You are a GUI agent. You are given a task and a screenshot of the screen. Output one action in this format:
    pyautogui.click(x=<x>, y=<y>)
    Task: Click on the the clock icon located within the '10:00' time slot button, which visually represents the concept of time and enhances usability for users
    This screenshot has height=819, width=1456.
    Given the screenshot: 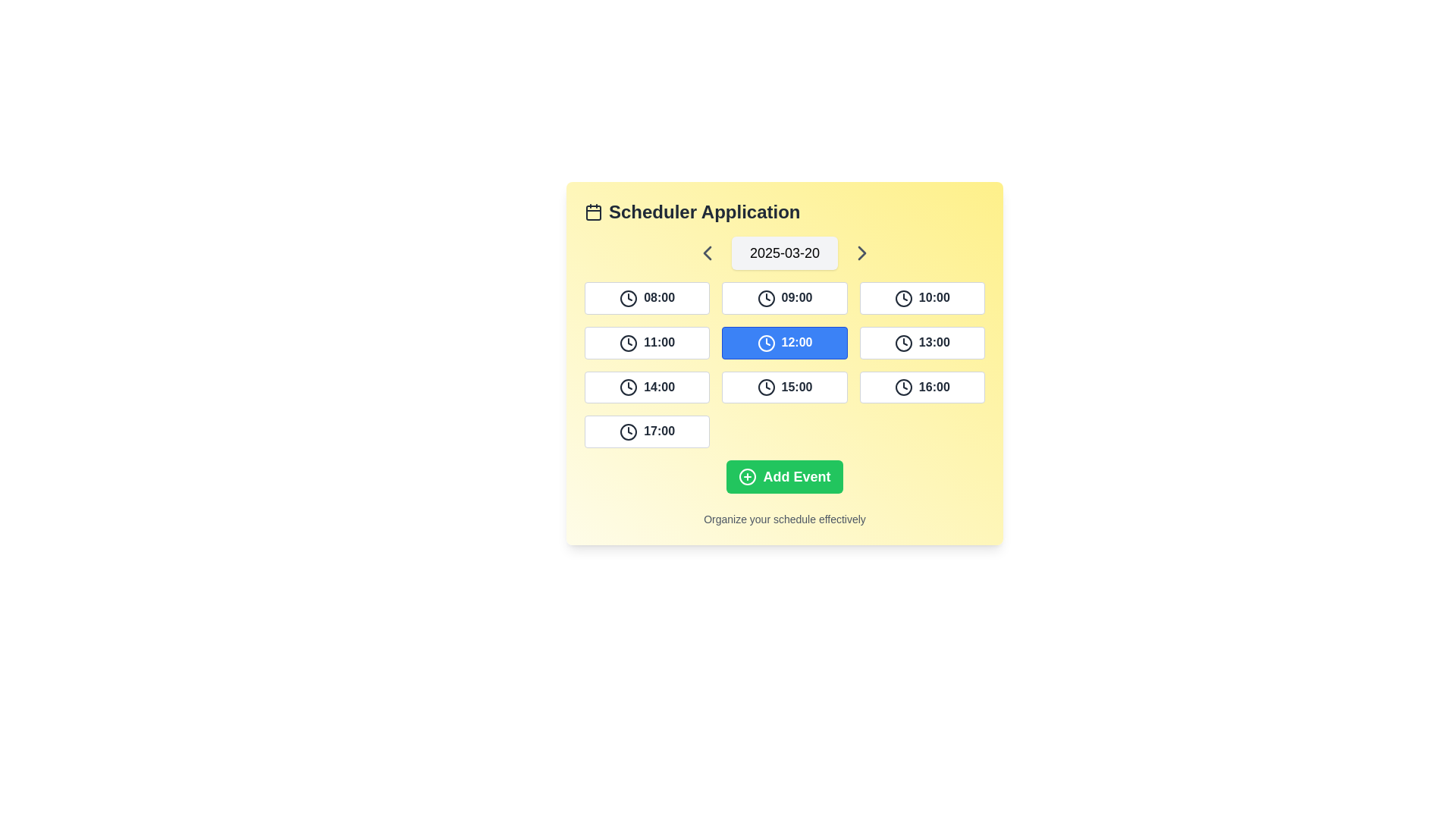 What is the action you would take?
    pyautogui.click(x=903, y=298)
    